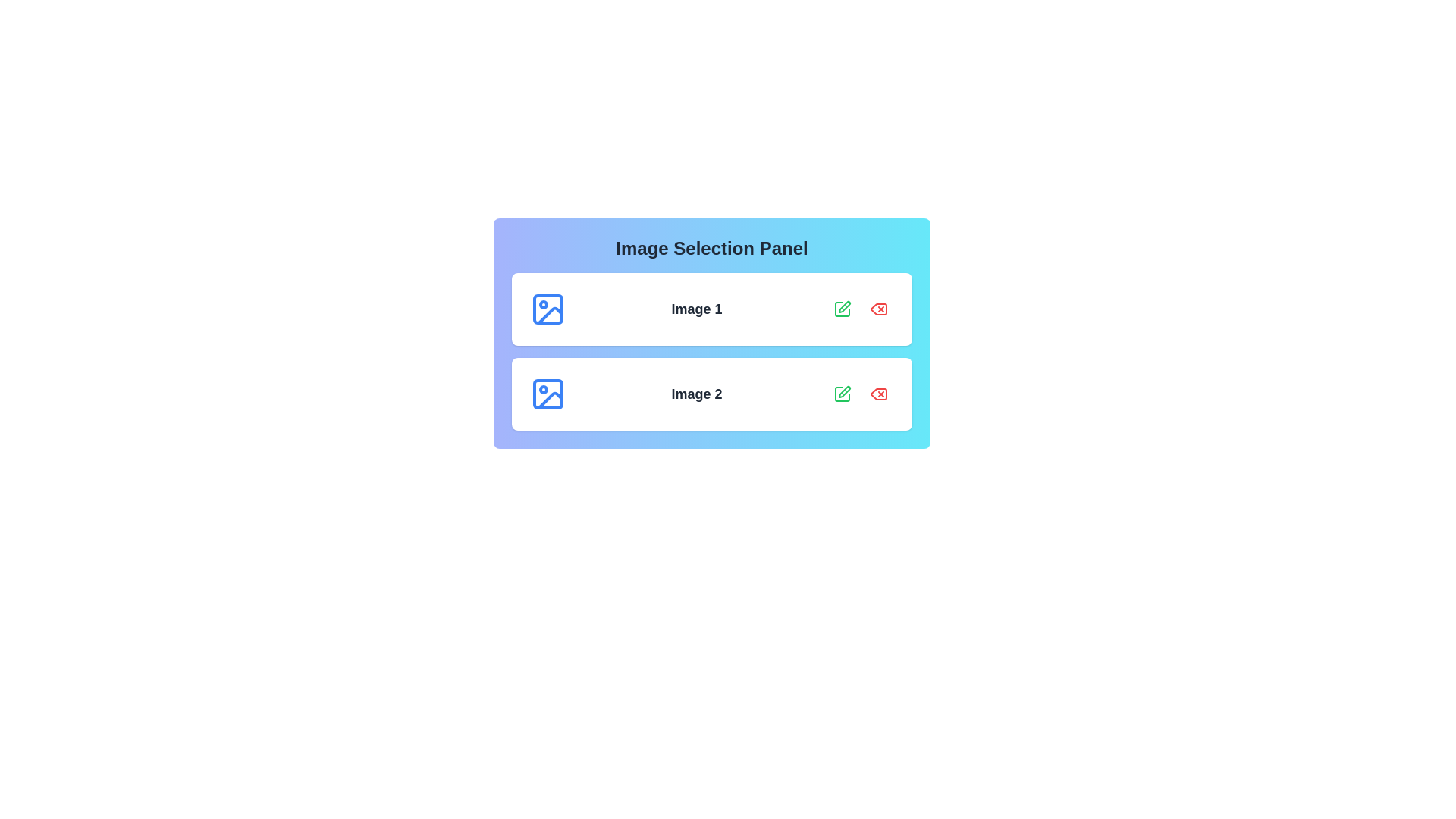  I want to click on the green outline edit icon button resembling a pencil located next to the 'Image 2' label, so click(841, 394).